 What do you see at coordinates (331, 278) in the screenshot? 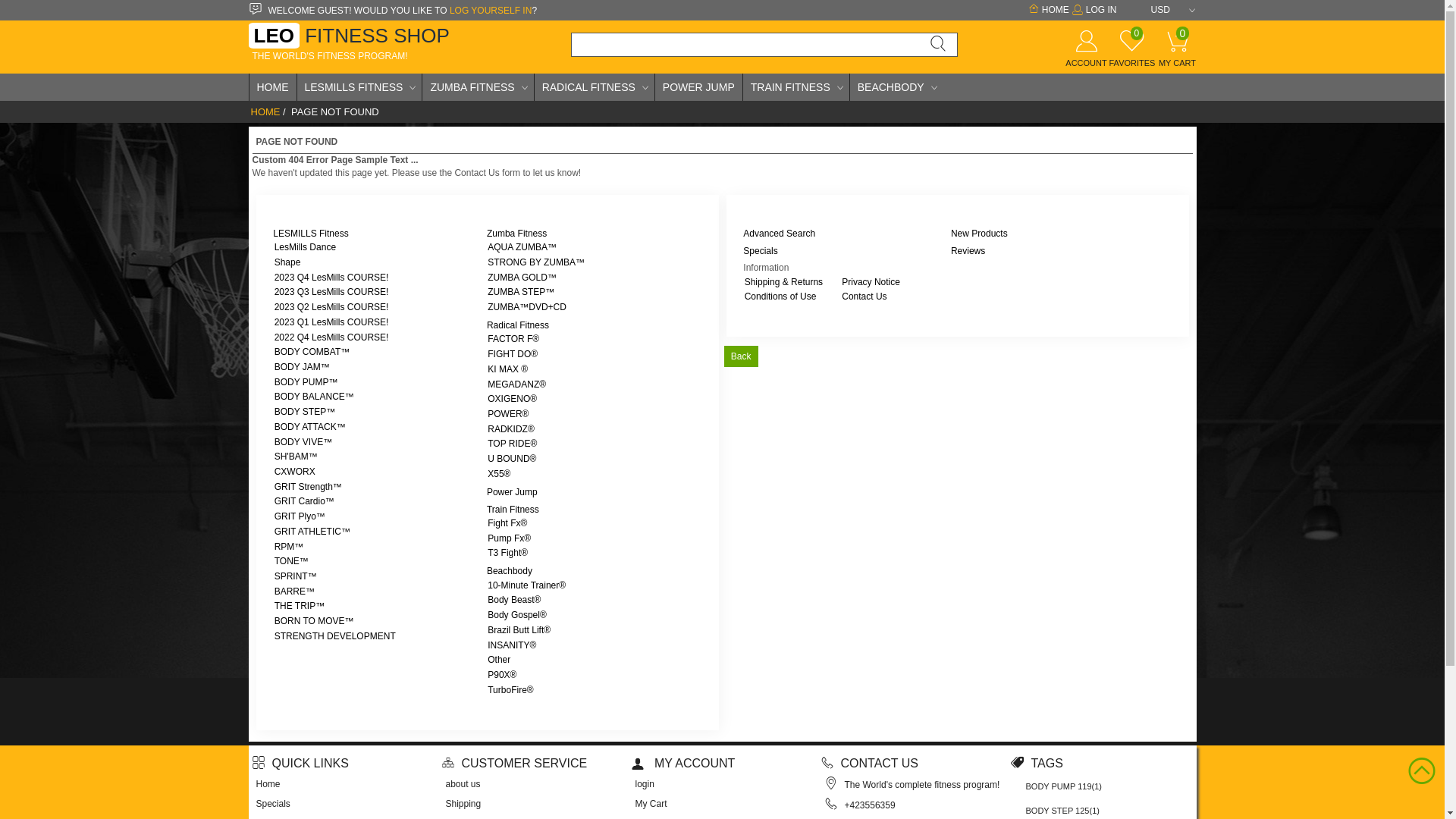
I see `'2023 Q4 LesMills COURSE!'` at bounding box center [331, 278].